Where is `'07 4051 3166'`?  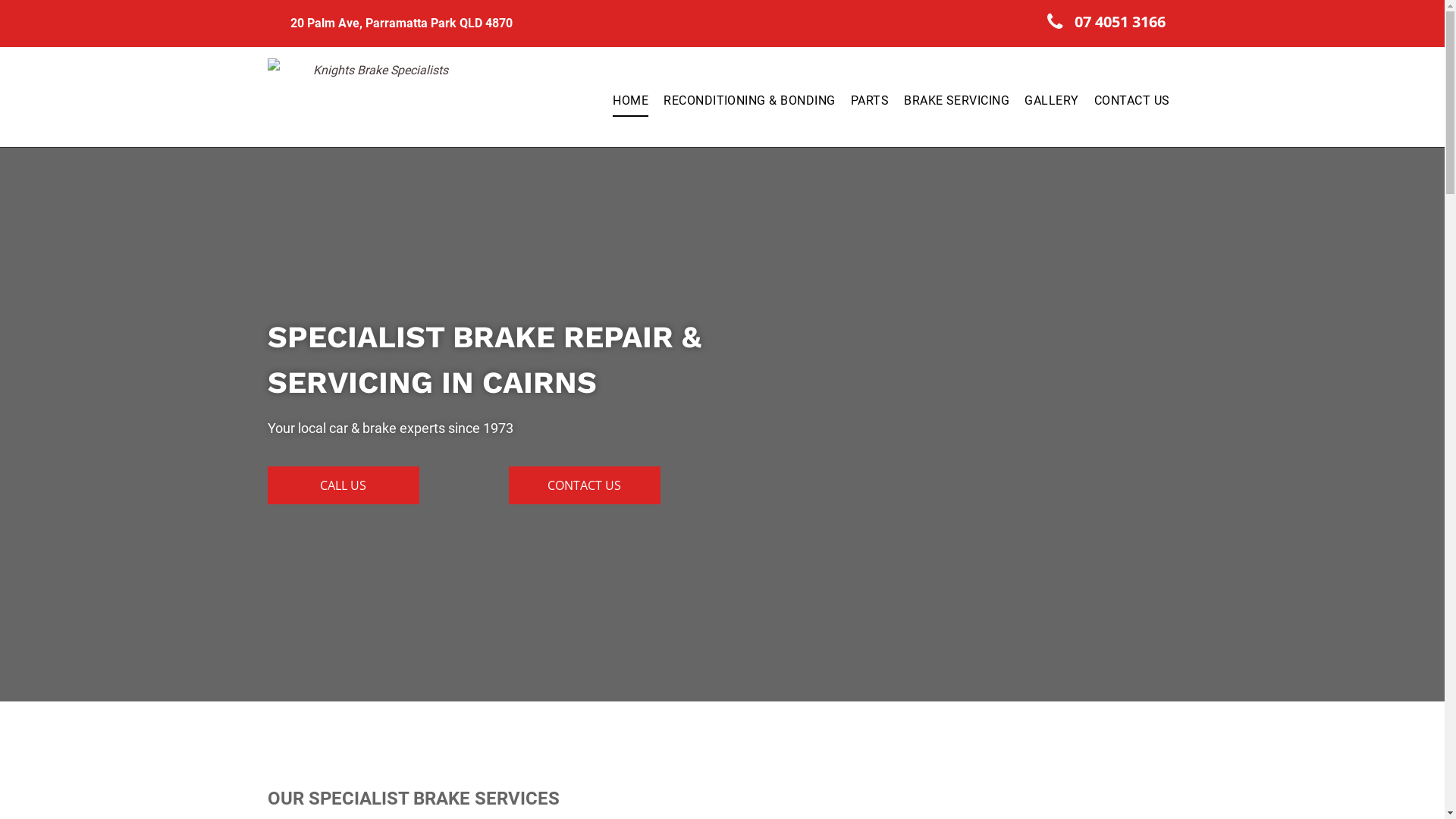 '07 4051 3166' is located at coordinates (1106, 21).